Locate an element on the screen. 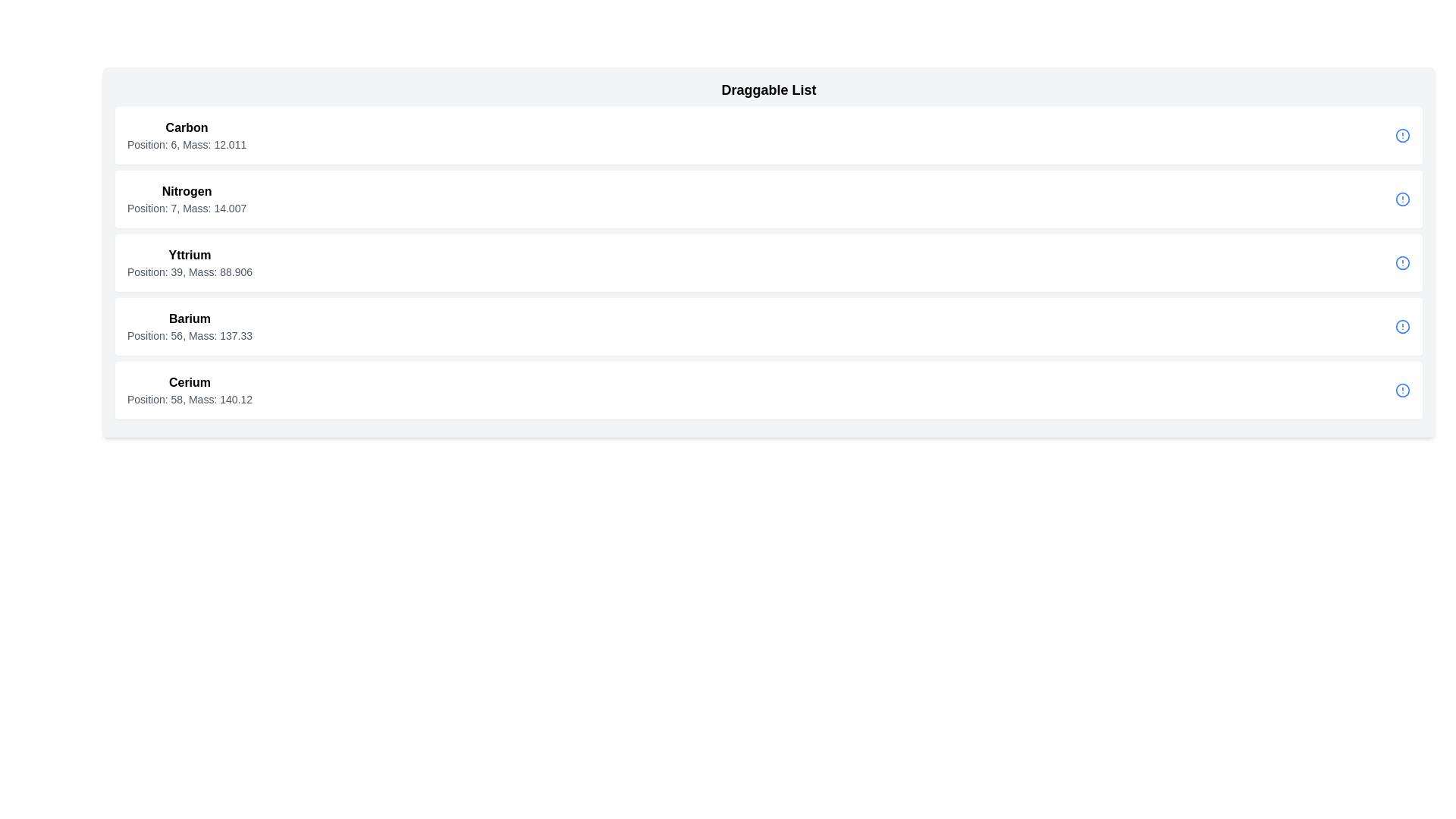 This screenshot has width=1456, height=819. the alert icon associated with the 'Nitrogen' row, which is right-aligned within the interface is located at coordinates (1401, 198).